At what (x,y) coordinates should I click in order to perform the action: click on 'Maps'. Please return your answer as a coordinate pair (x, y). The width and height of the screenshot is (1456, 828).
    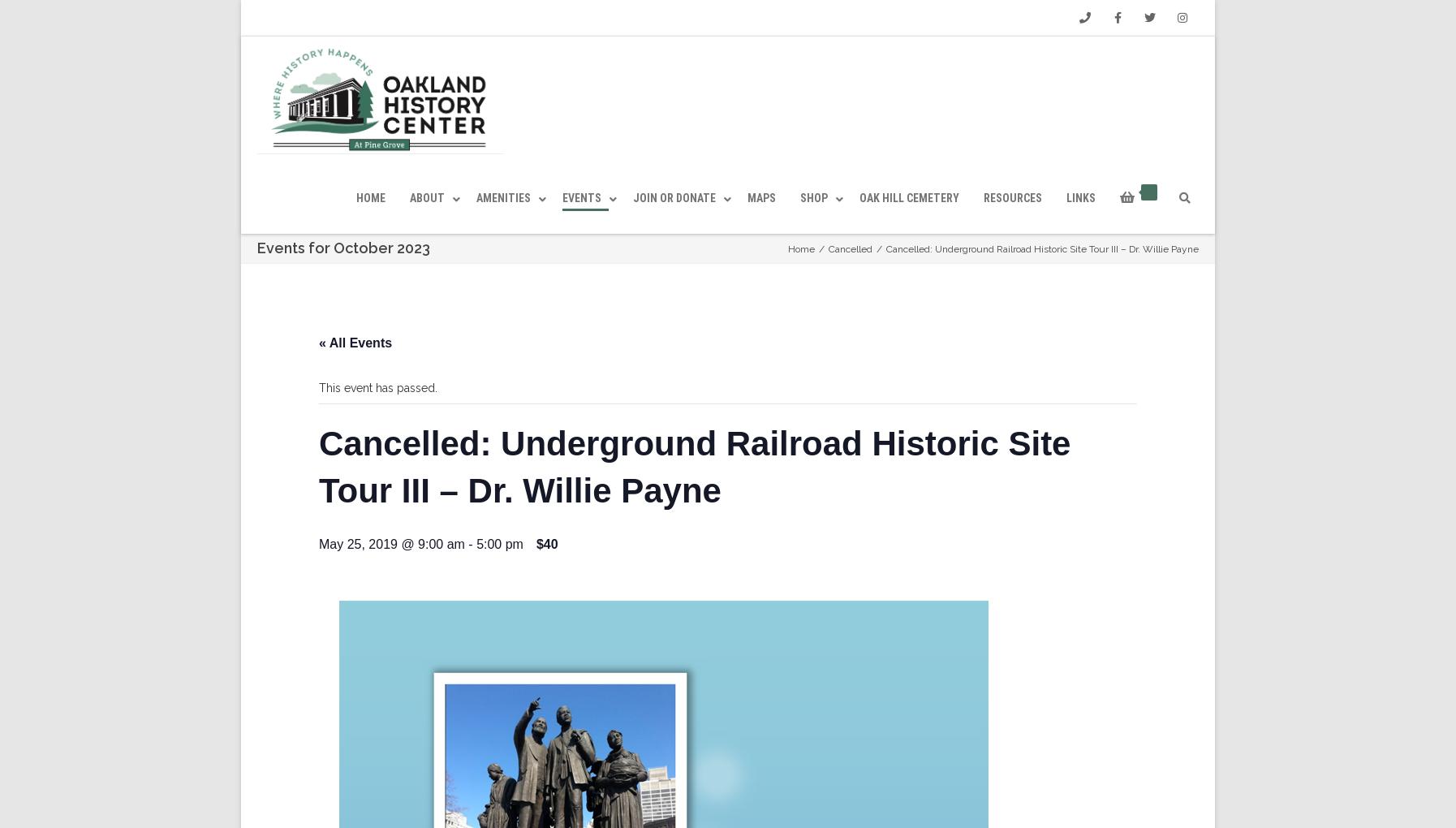
    Looking at the image, I should click on (760, 233).